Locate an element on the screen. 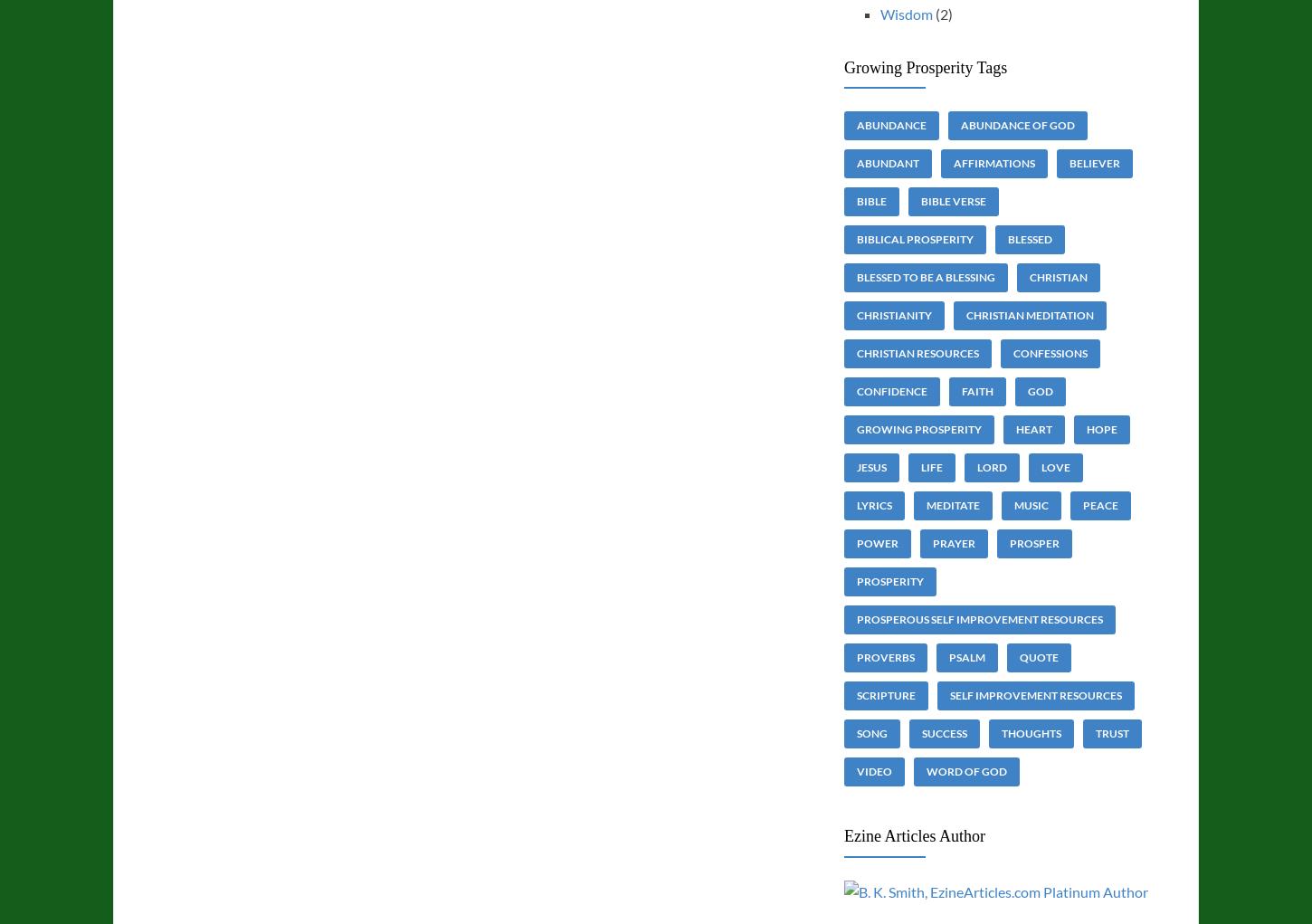  'meditate' is located at coordinates (952, 504).